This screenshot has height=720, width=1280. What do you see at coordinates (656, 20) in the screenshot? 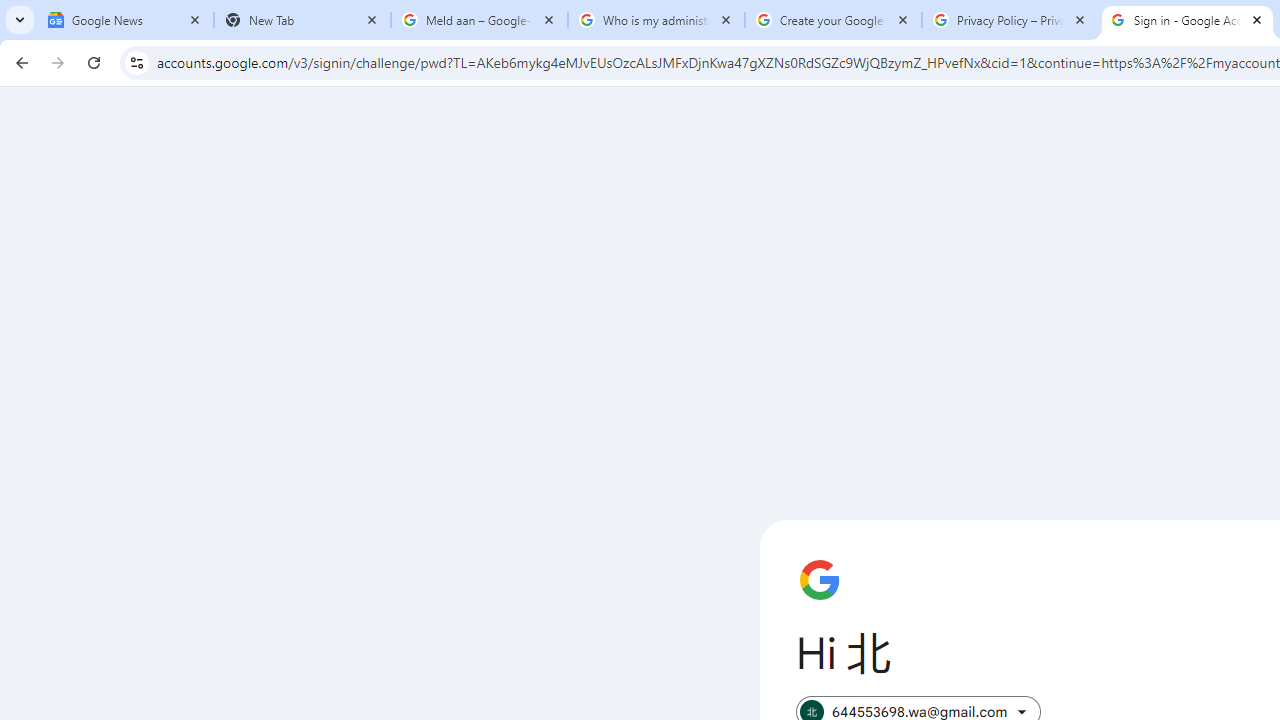
I see `'Who is my administrator? - Google Account Help'` at bounding box center [656, 20].